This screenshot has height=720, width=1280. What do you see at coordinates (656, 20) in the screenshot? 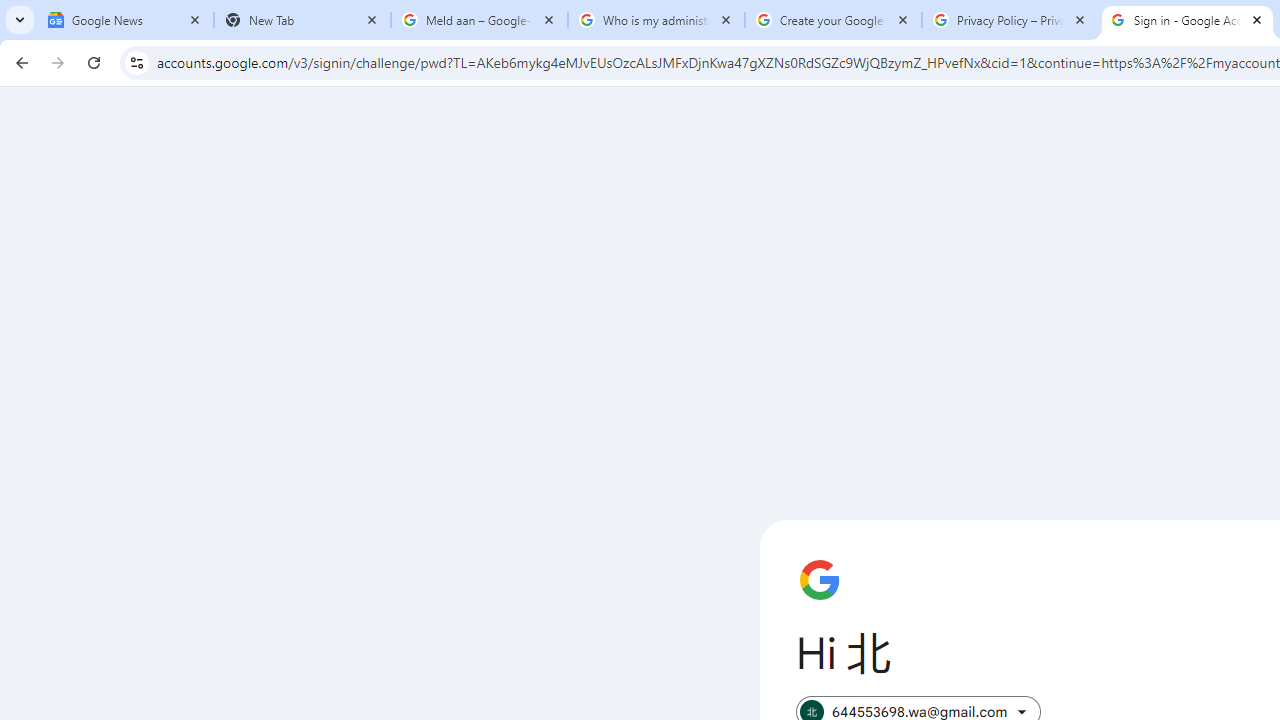
I see `'Who is my administrator? - Google Account Help'` at bounding box center [656, 20].